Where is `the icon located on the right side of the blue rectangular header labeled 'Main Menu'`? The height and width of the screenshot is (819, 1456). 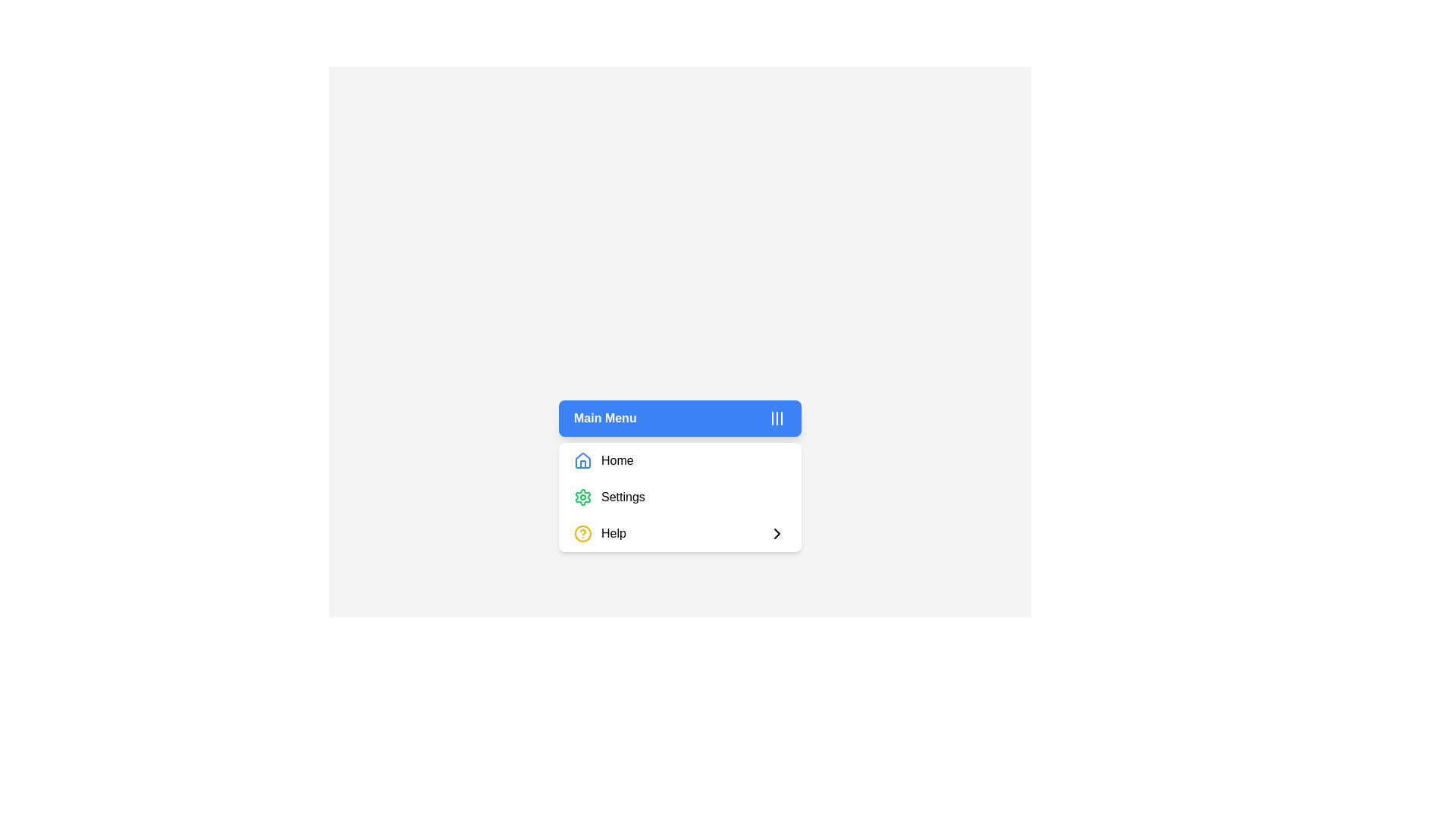
the icon located on the right side of the blue rectangular header labeled 'Main Menu' is located at coordinates (777, 418).